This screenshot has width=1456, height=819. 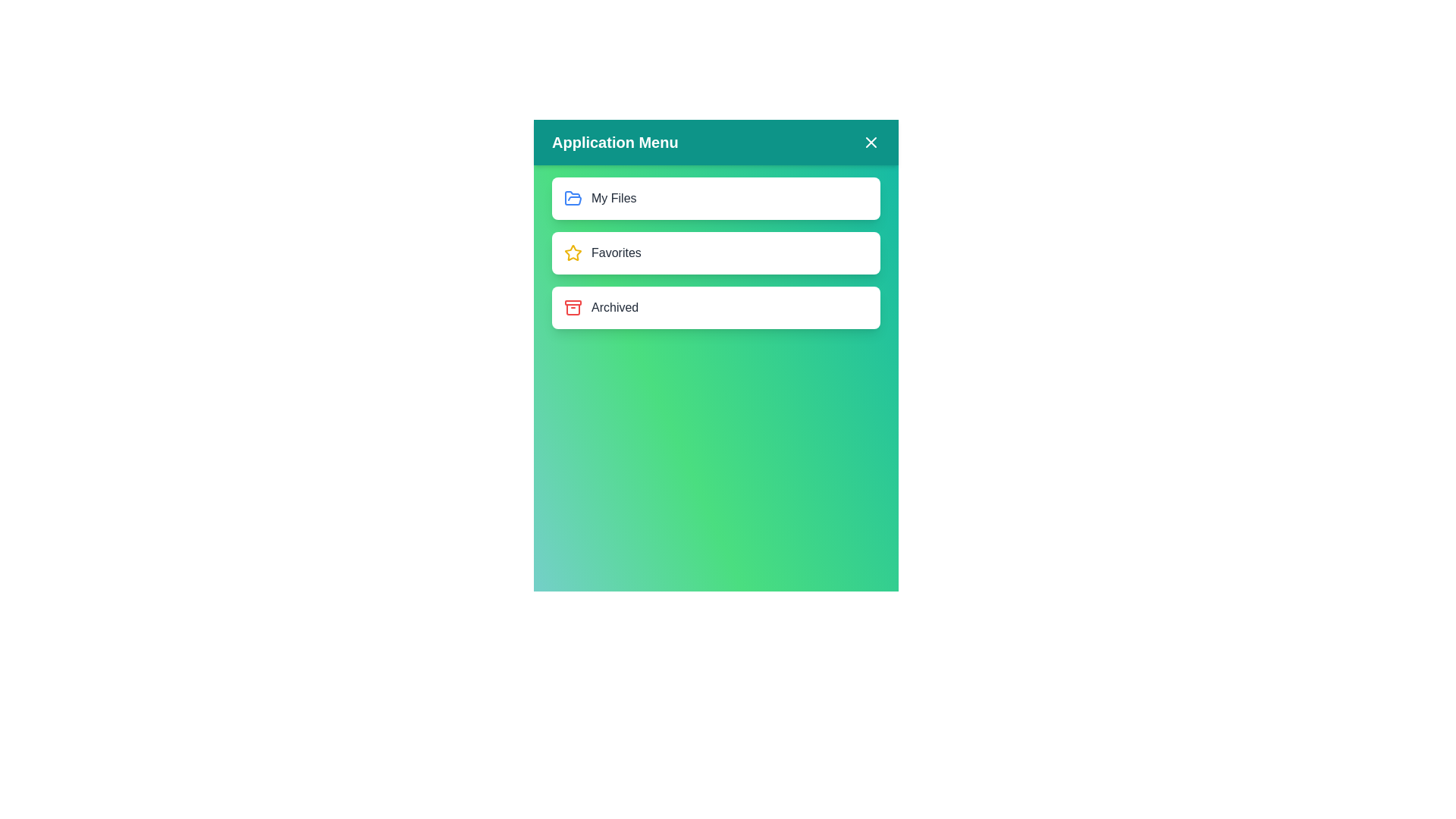 What do you see at coordinates (871, 143) in the screenshot?
I see `menu toggle button to toggle the menu visibility` at bounding box center [871, 143].